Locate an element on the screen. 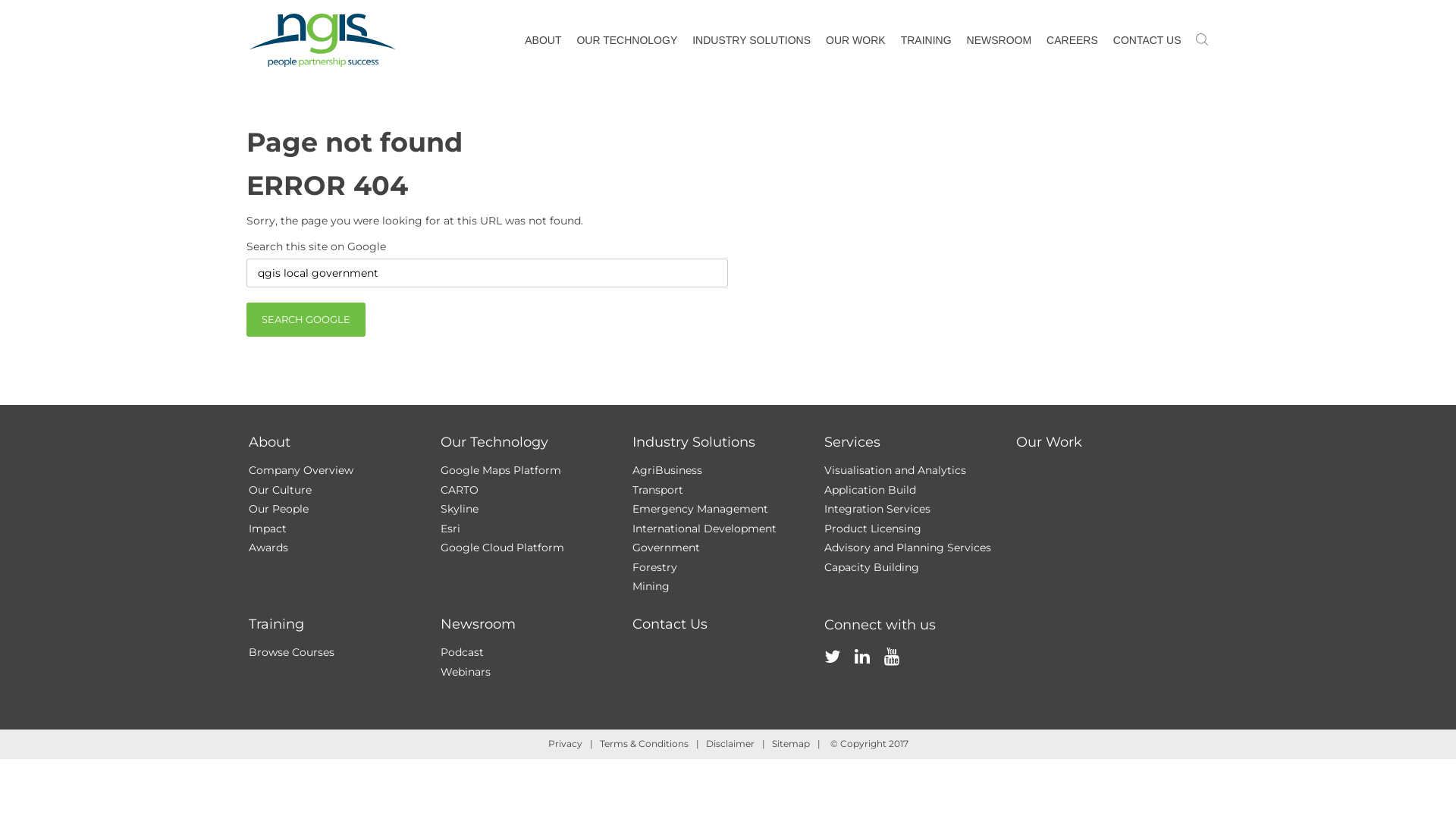 The height and width of the screenshot is (819, 1456). 'Training' is located at coordinates (276, 623).